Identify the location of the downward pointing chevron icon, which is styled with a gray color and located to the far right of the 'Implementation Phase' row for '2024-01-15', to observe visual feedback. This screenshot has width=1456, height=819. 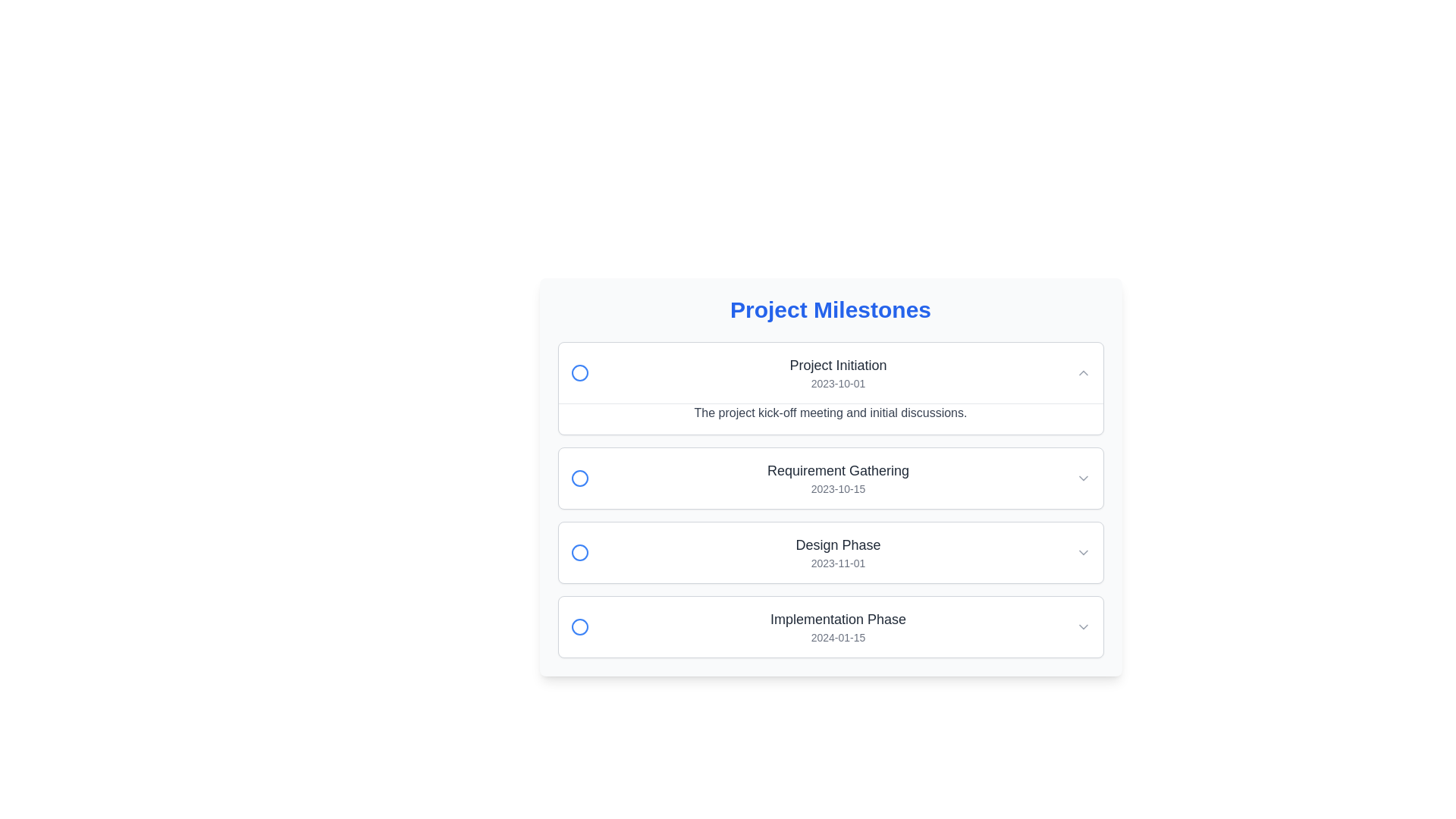
(1082, 626).